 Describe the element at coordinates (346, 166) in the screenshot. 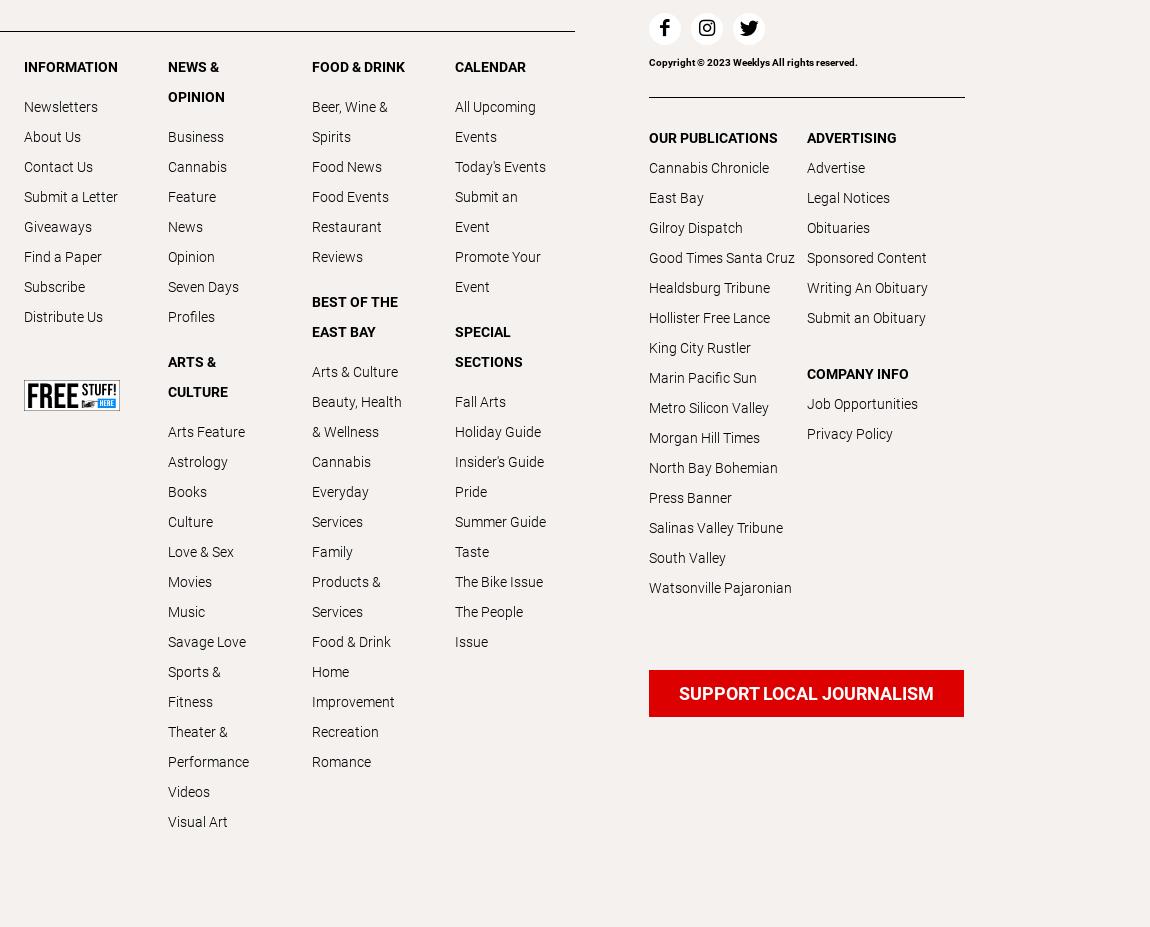

I see `'Food News'` at that location.